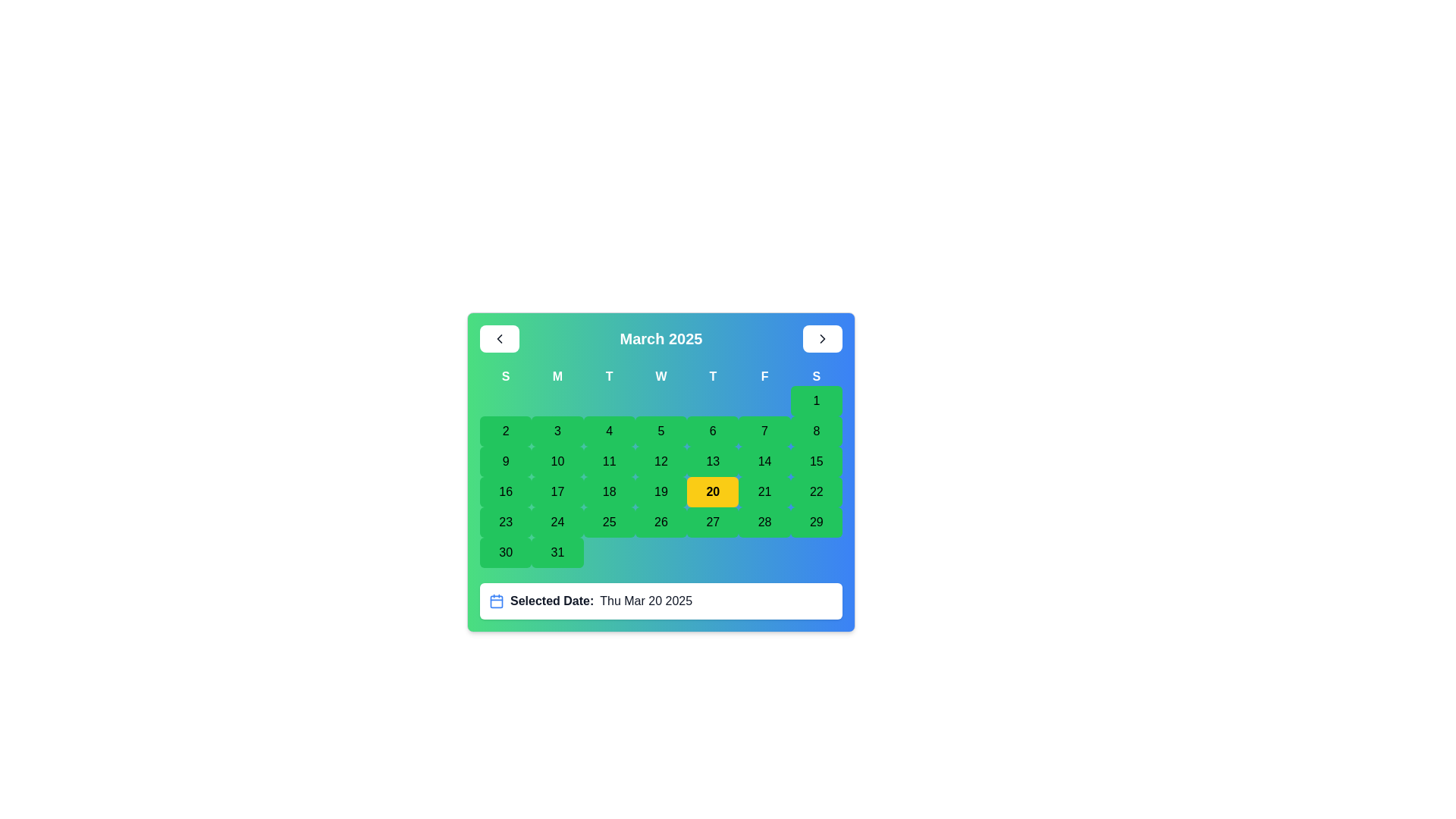 The width and height of the screenshot is (1456, 819). Describe the element at coordinates (506, 491) in the screenshot. I see `the button representing the date '16' in the March 2025 calendar to trigger hover effects` at that location.